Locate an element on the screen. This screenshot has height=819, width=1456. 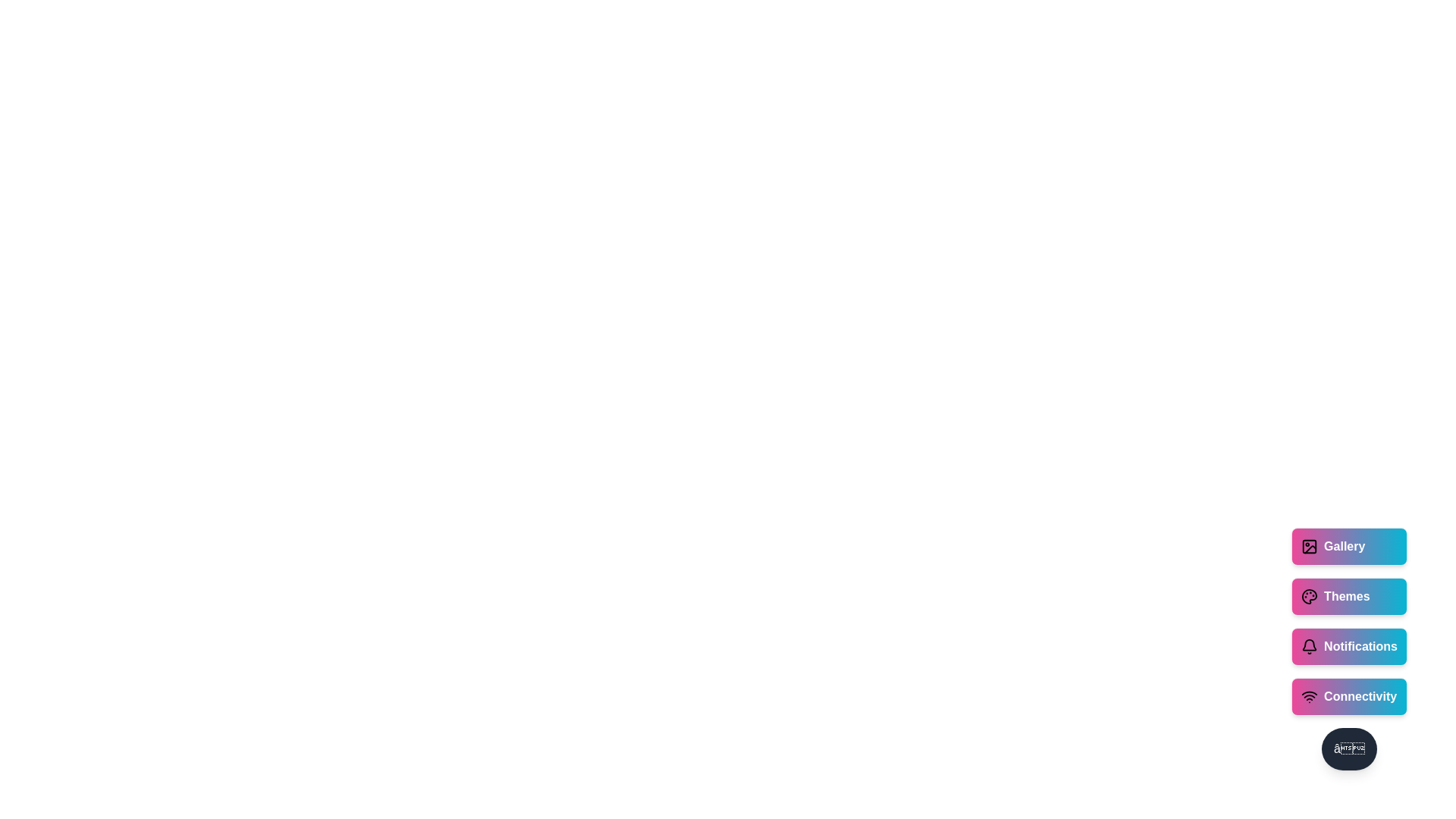
outermost arc of the Wi-Fi icon located within the 'Connectivity' button on the right side of the interface is located at coordinates (1309, 693).